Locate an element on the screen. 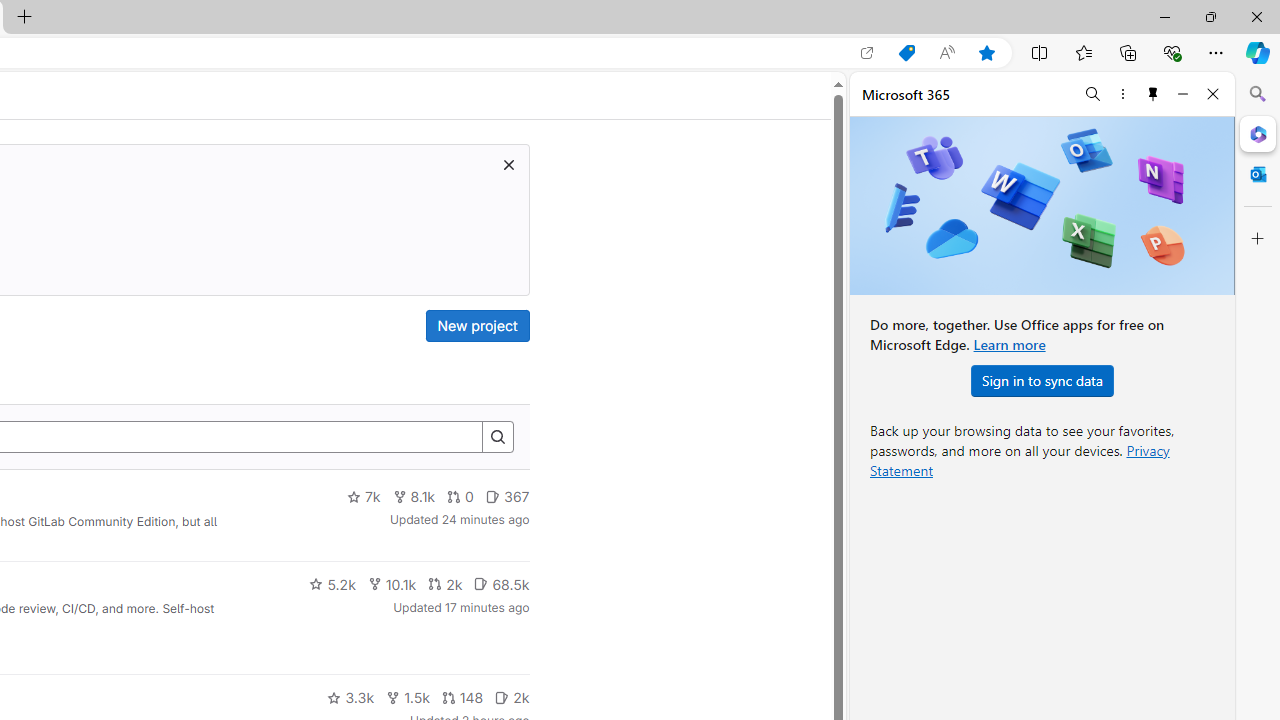  '148' is located at coordinates (461, 697).